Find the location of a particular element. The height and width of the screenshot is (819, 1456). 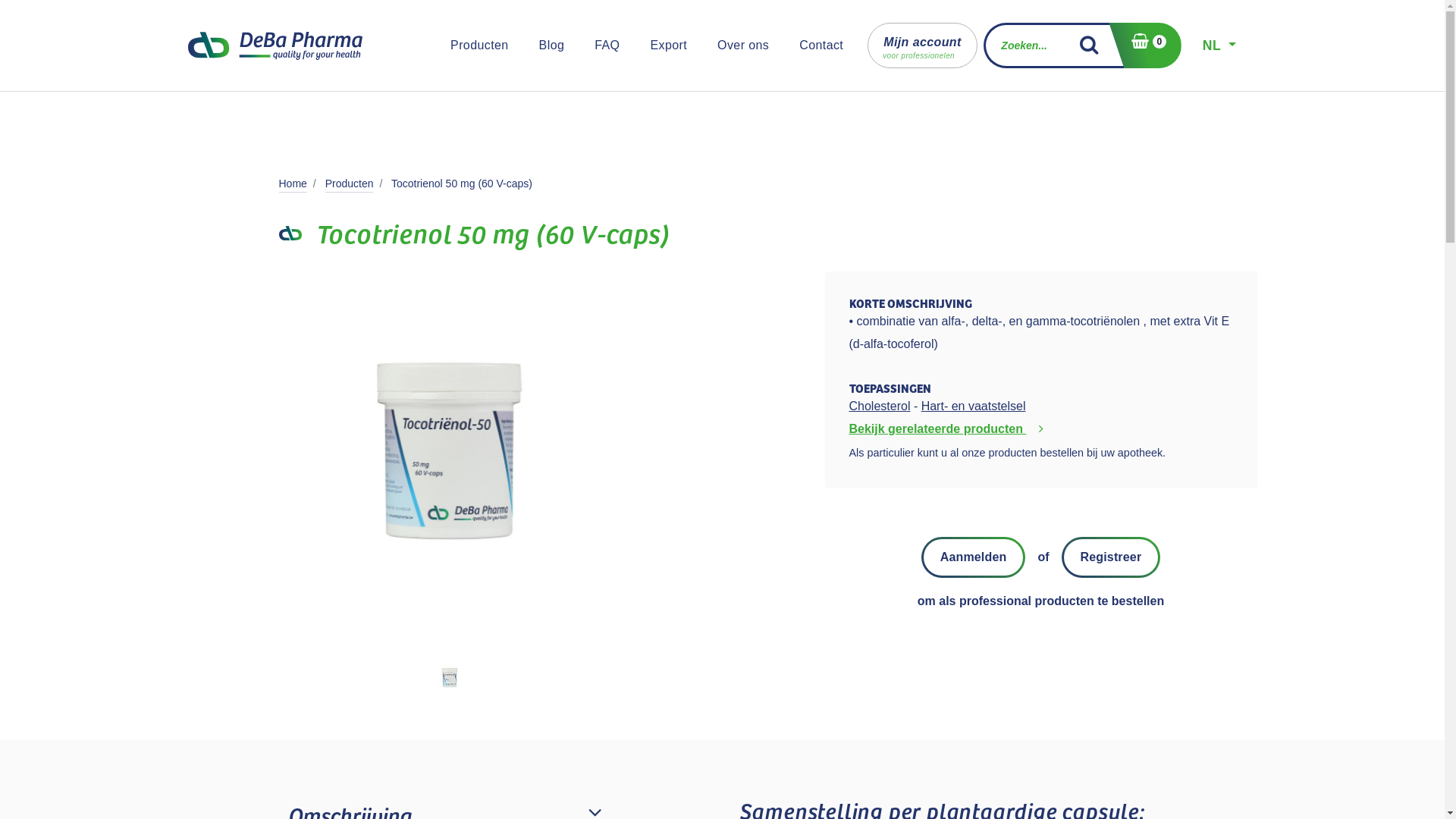

'Zoek' is located at coordinates (1095, 45).